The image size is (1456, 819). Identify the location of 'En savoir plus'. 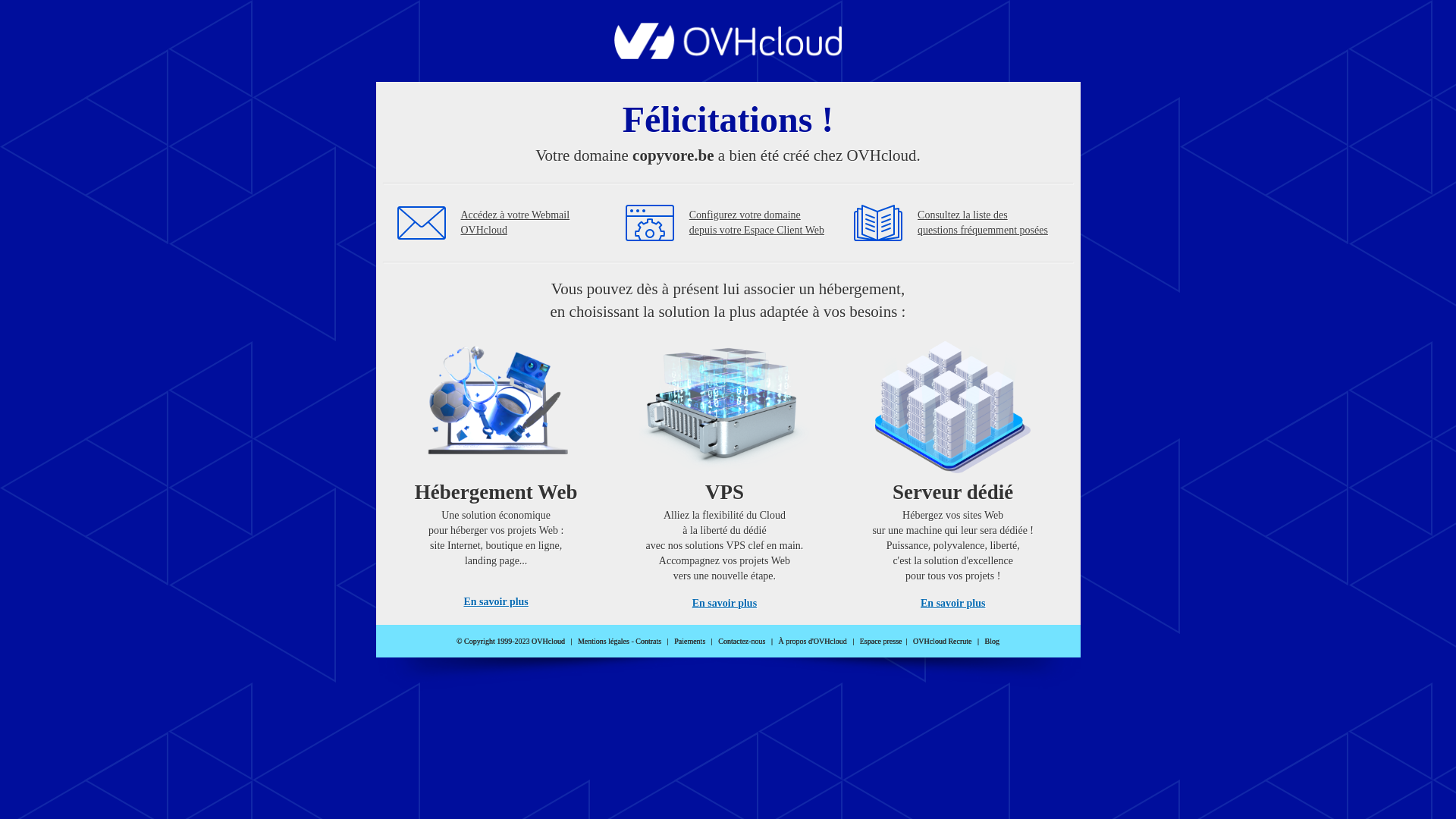
(495, 601).